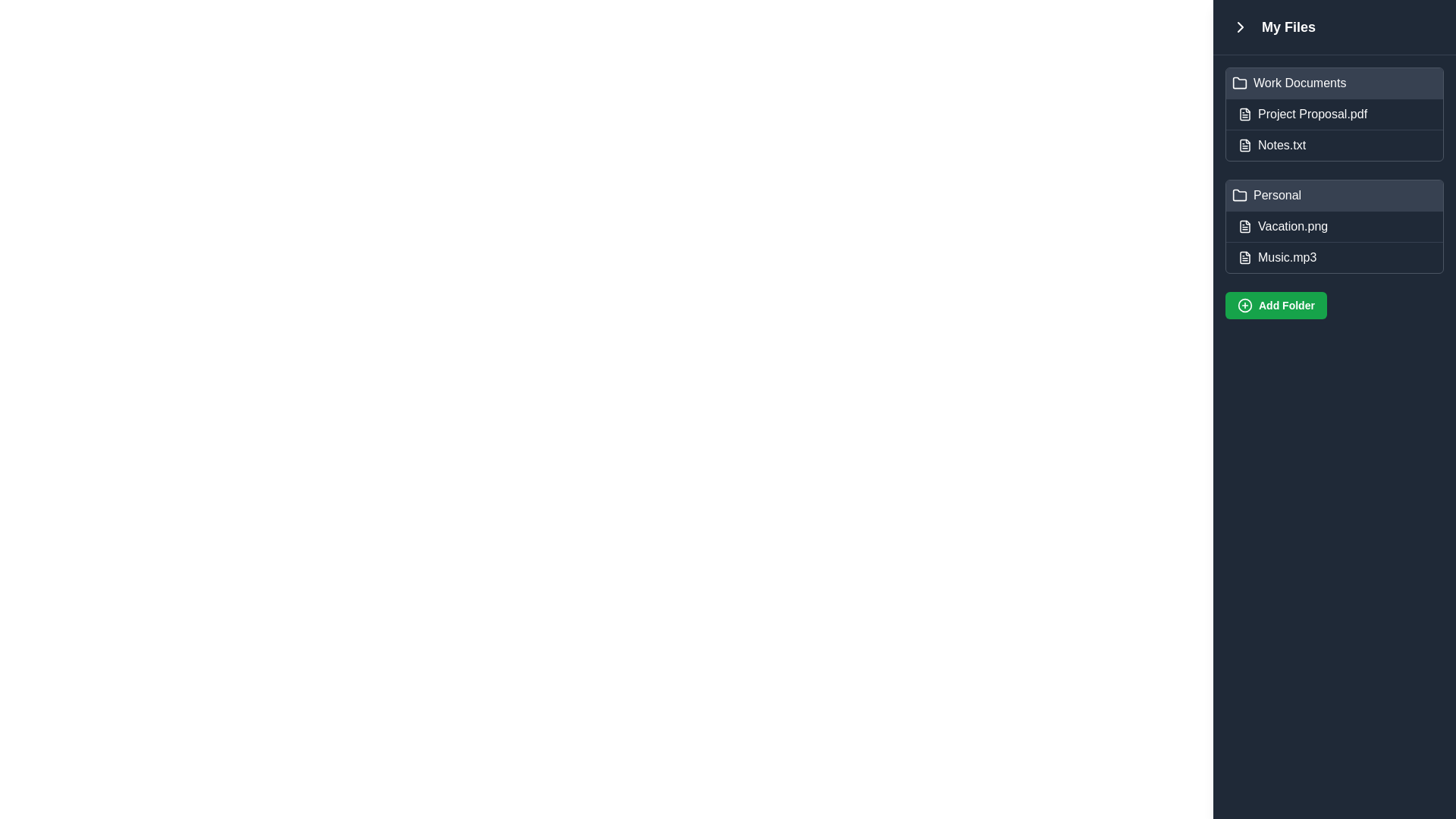 The width and height of the screenshot is (1456, 819). I want to click on the File list item labeled 'Project Proposal.pdf', so click(1335, 113).